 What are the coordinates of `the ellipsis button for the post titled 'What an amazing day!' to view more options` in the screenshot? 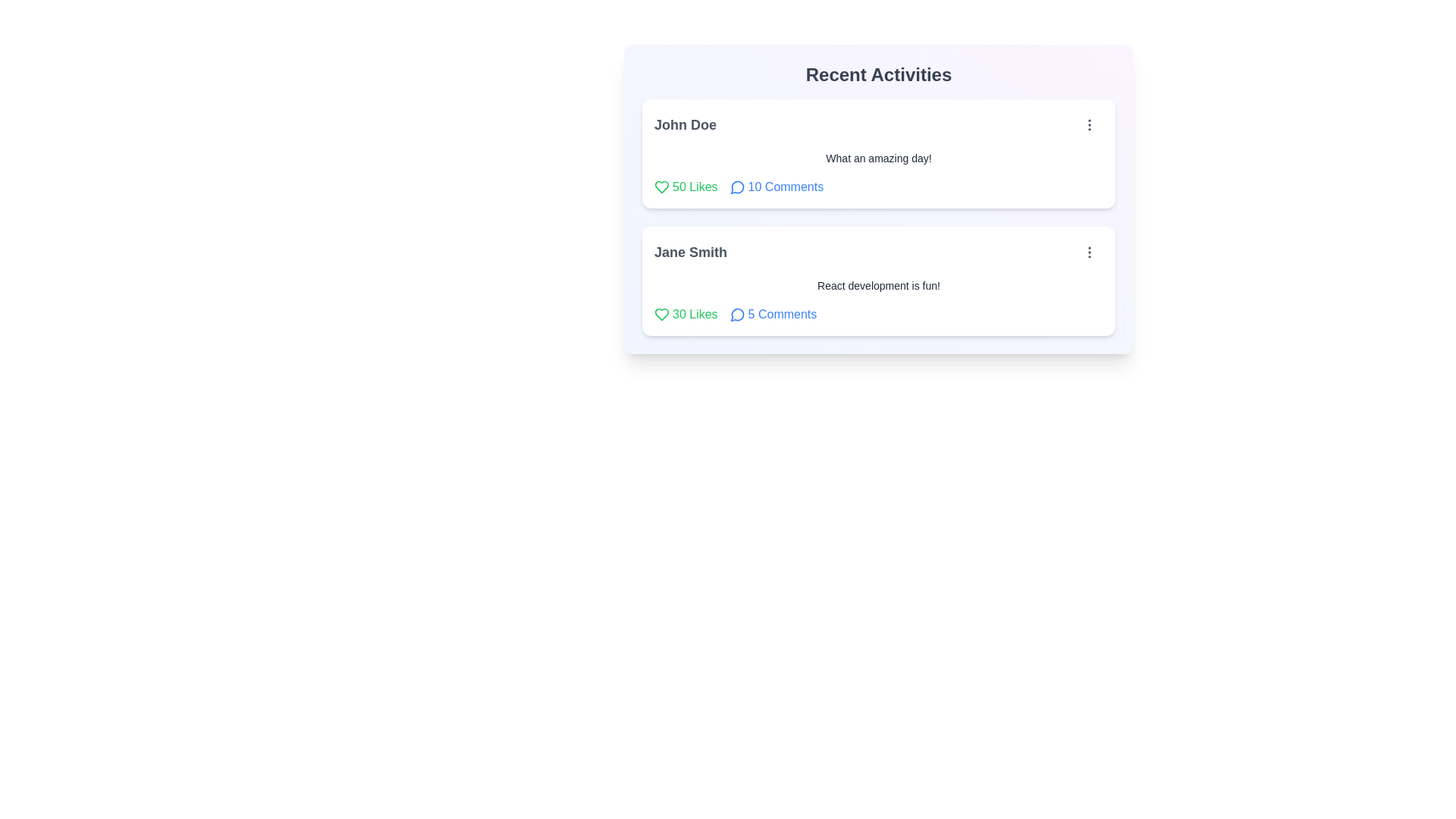 It's located at (1088, 124).